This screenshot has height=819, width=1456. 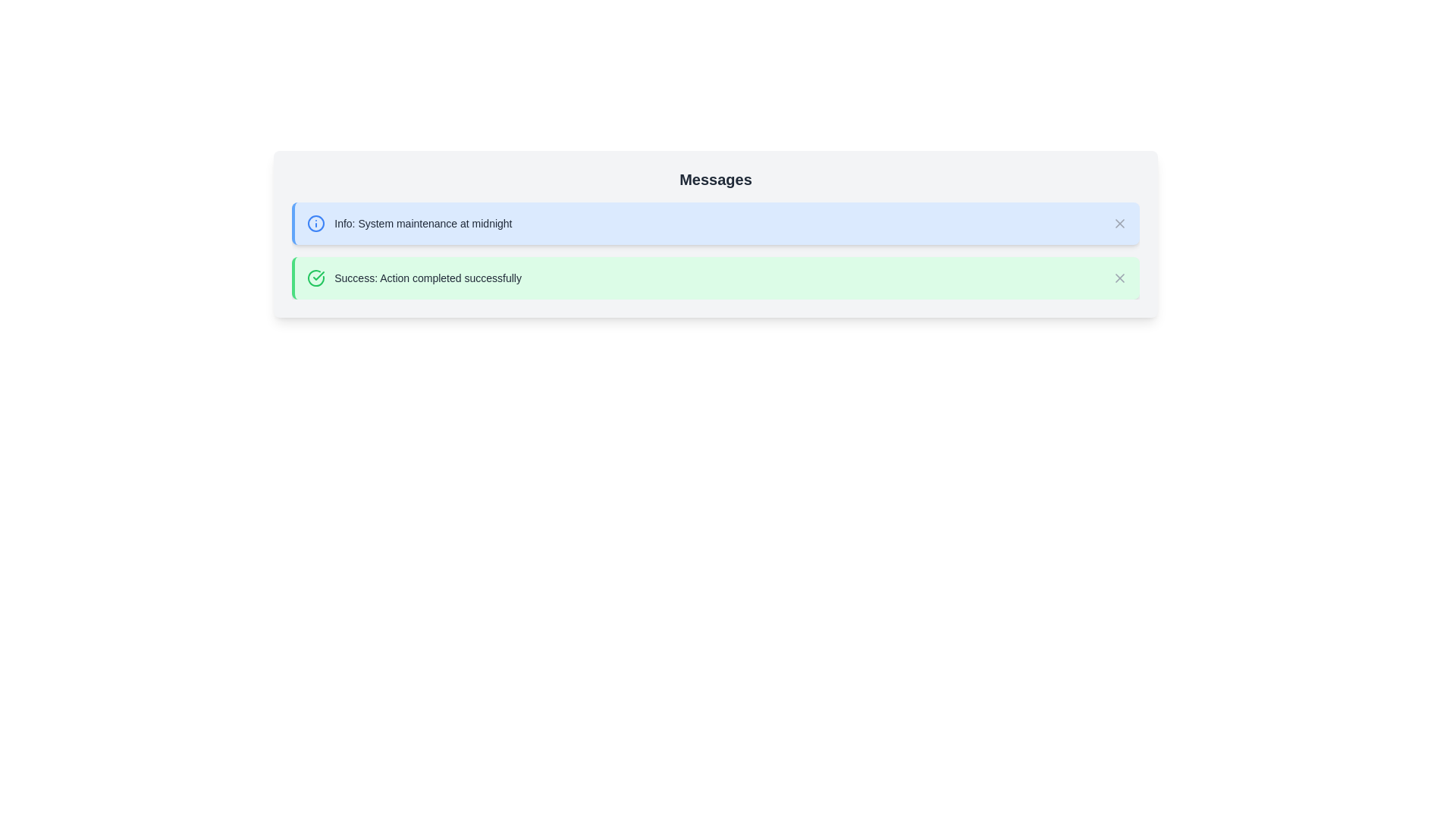 What do you see at coordinates (1119, 223) in the screenshot?
I see `the Close button located at the far right of the notification box displaying the message 'Info: System maintenance at midnight'` at bounding box center [1119, 223].